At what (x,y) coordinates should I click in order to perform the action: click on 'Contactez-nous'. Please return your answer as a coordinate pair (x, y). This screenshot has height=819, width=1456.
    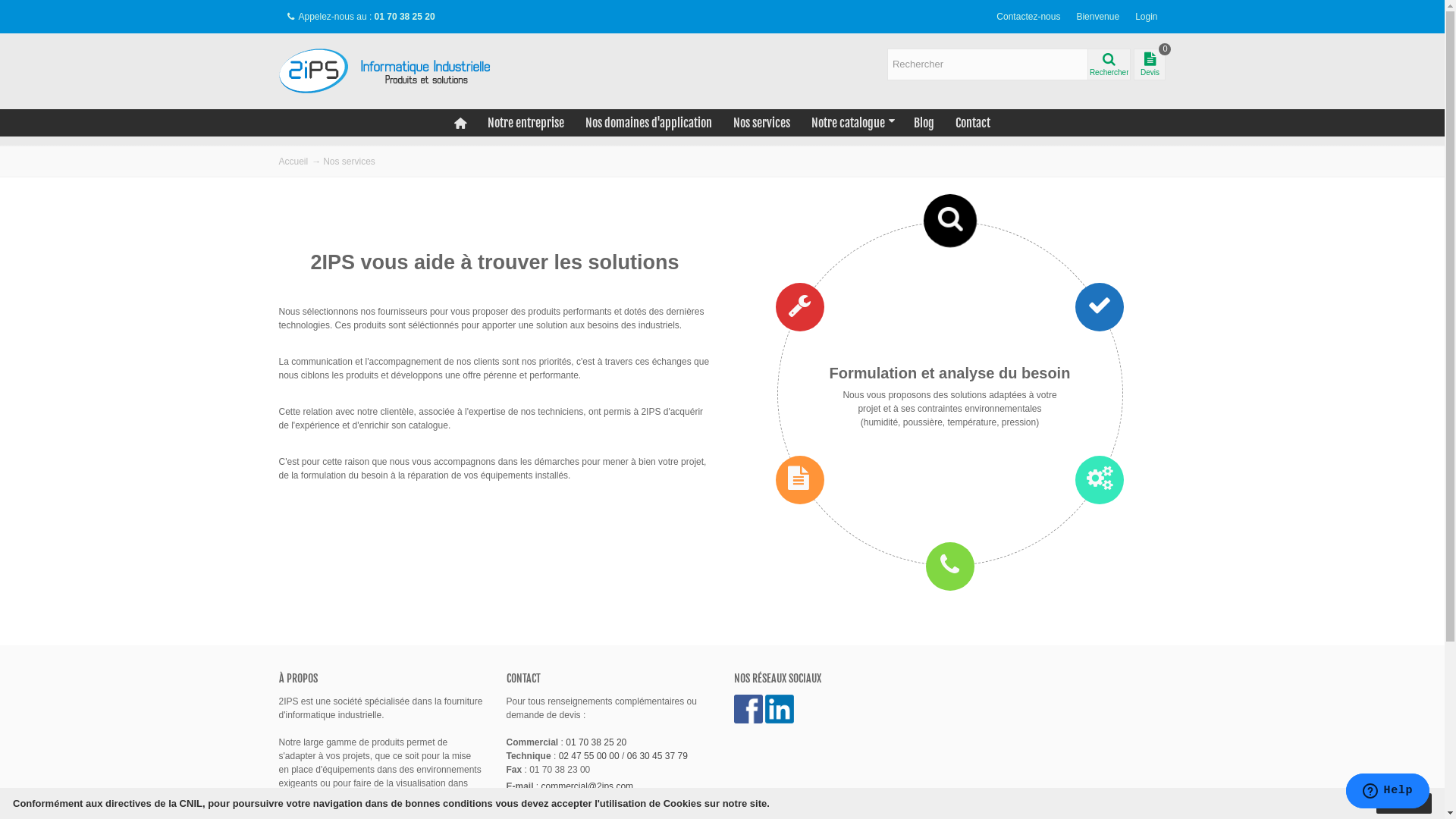
    Looking at the image, I should click on (1028, 17).